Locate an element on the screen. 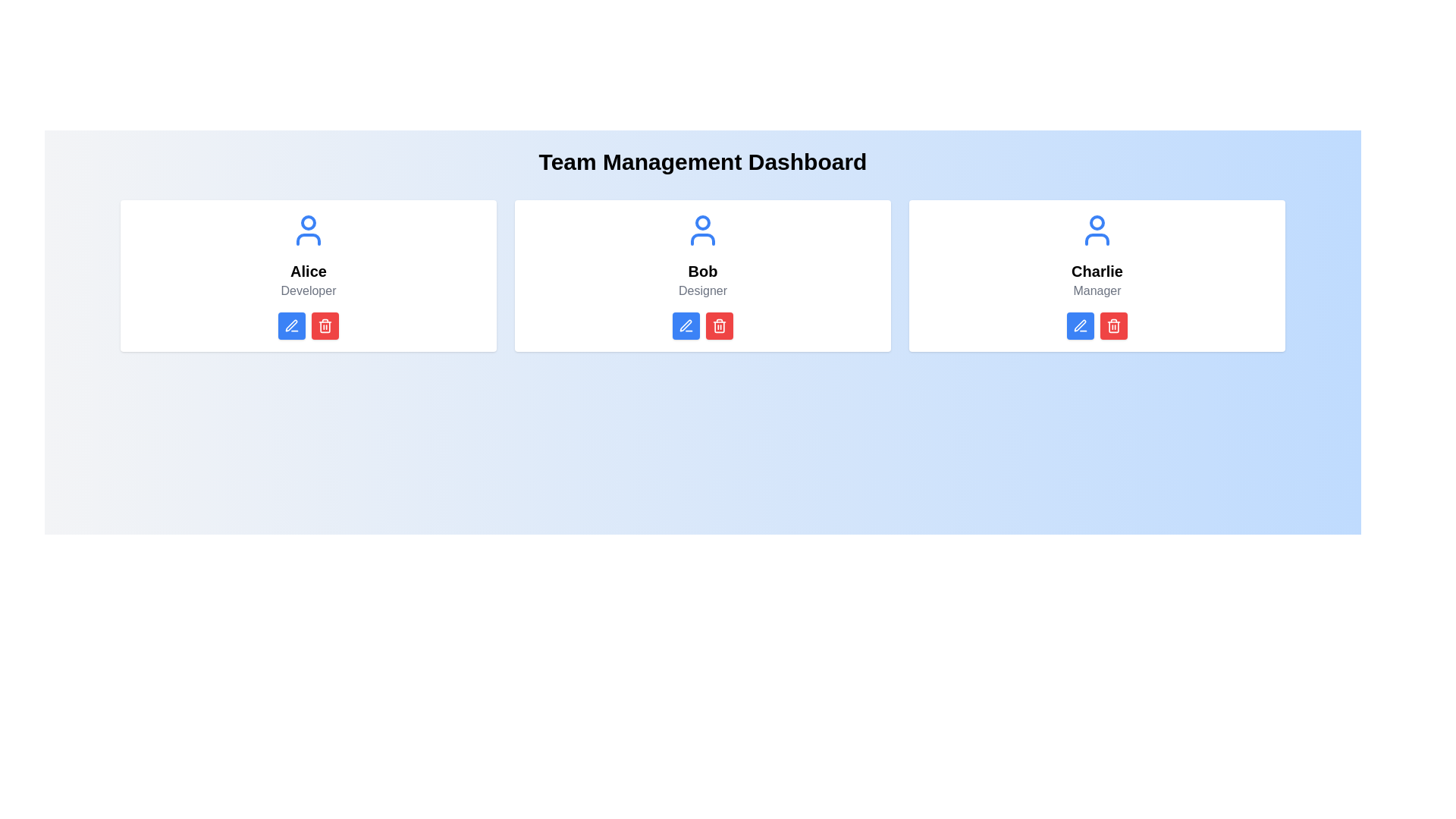 This screenshot has height=819, width=1456. the delete button located beneath the profile card labeled 'Charlie', which is the second button to the right in the group of two buttons is located at coordinates (1113, 325).